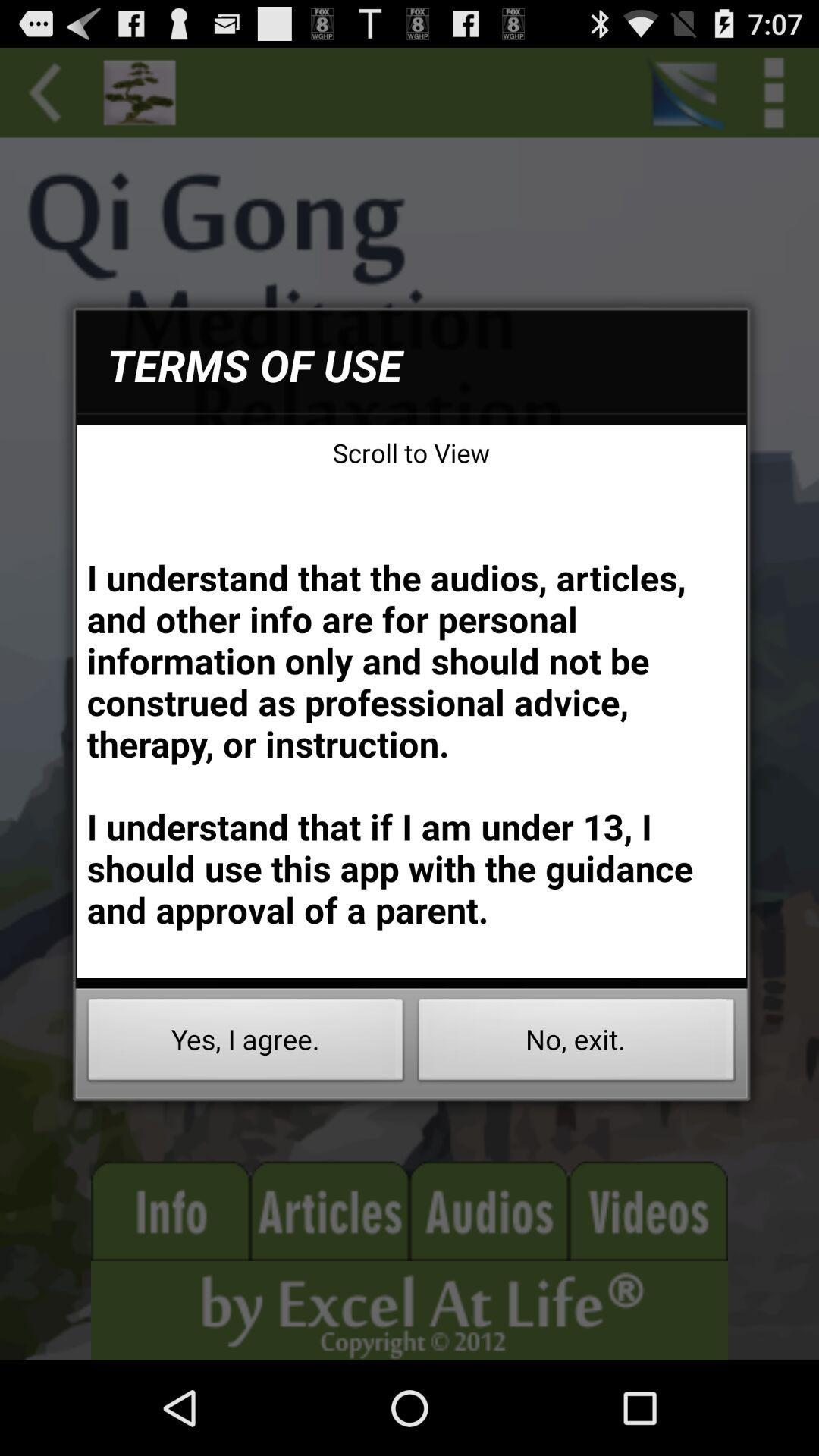 This screenshot has width=819, height=1456. What do you see at coordinates (576, 1043) in the screenshot?
I see `no, exit. icon` at bounding box center [576, 1043].